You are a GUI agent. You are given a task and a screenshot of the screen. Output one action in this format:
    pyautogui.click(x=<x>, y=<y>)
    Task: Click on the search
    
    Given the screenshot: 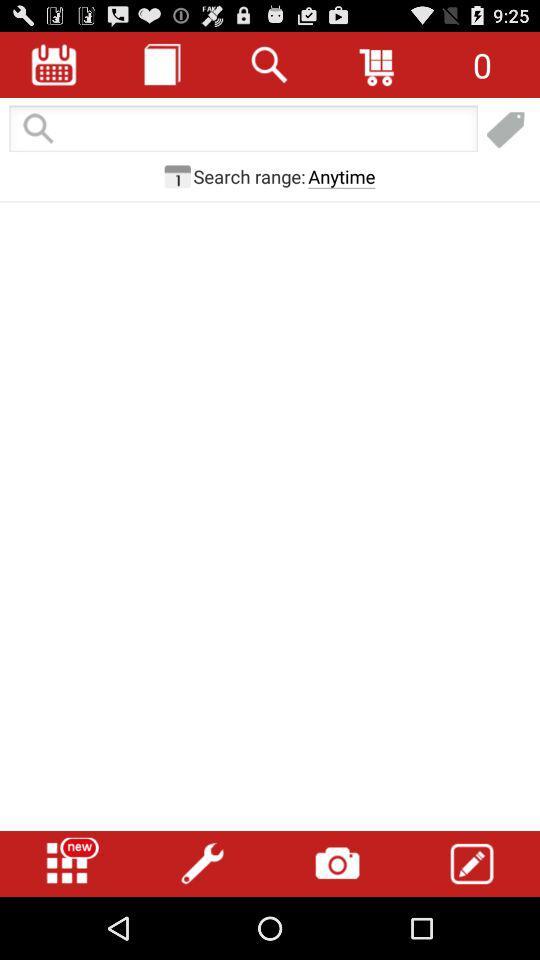 What is the action you would take?
    pyautogui.click(x=270, y=64)
    